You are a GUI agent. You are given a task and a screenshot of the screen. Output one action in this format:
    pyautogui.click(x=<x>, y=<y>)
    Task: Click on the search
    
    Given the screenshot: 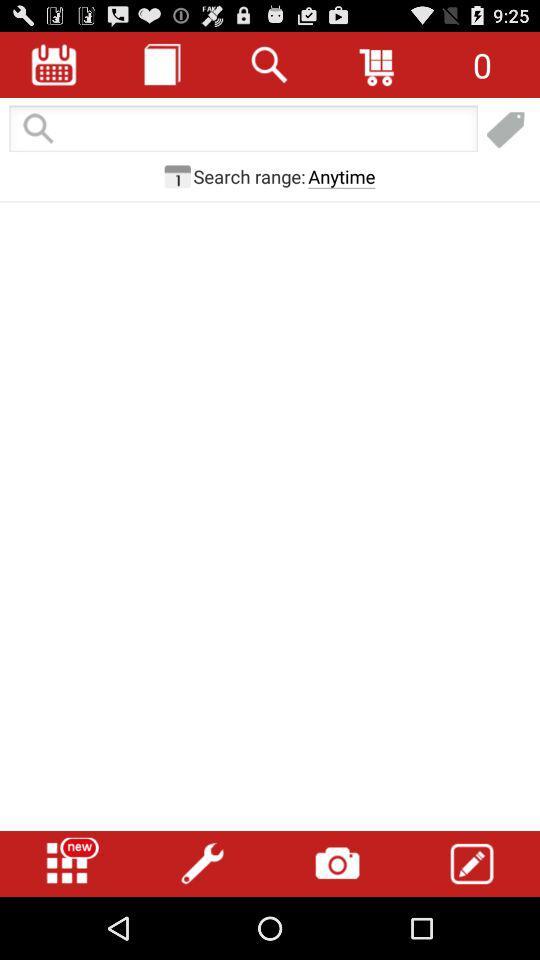 What is the action you would take?
    pyautogui.click(x=270, y=64)
    